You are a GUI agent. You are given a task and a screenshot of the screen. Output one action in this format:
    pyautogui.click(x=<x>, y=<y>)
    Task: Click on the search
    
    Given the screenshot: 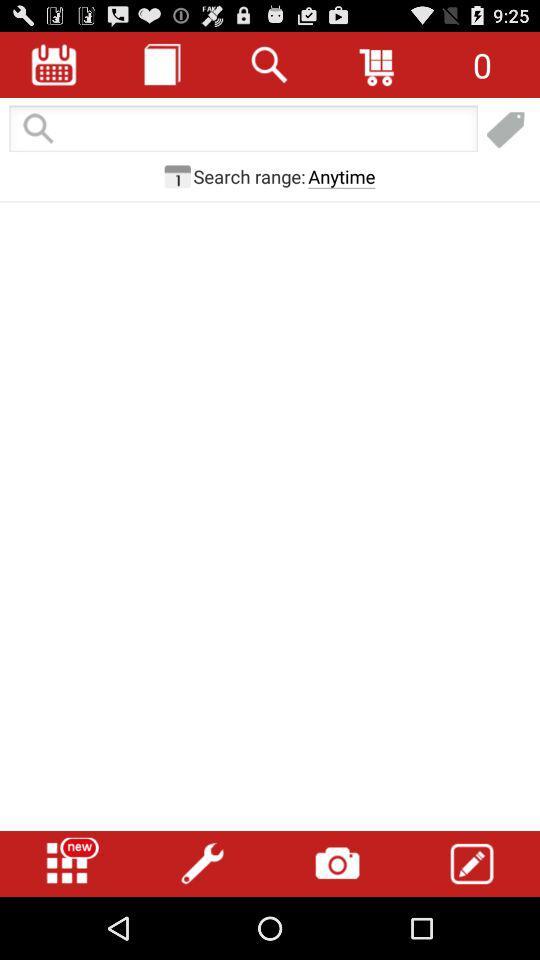 What is the action you would take?
    pyautogui.click(x=270, y=64)
    